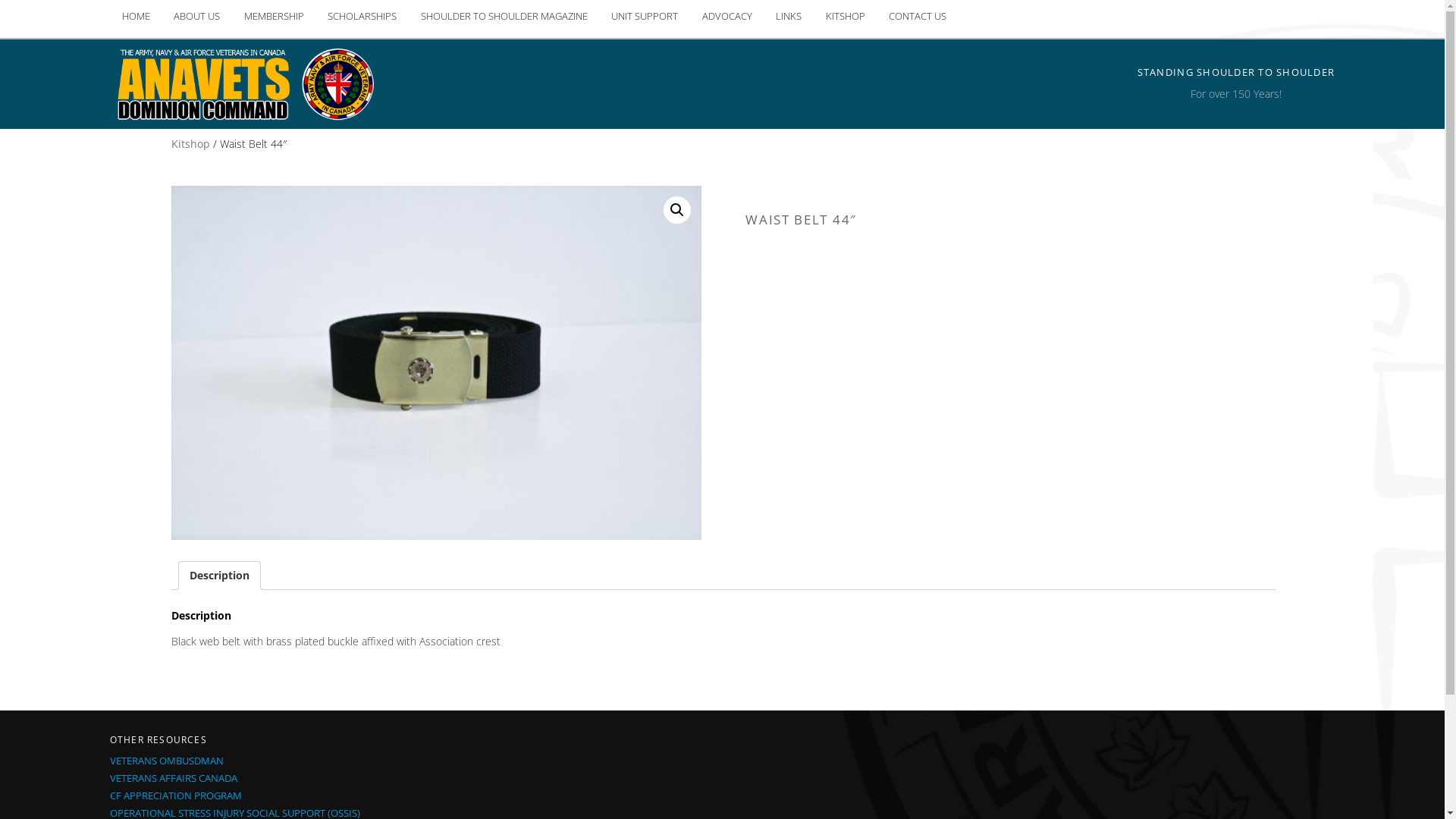  What do you see at coordinates (789, 16) in the screenshot?
I see `'LINKS'` at bounding box center [789, 16].